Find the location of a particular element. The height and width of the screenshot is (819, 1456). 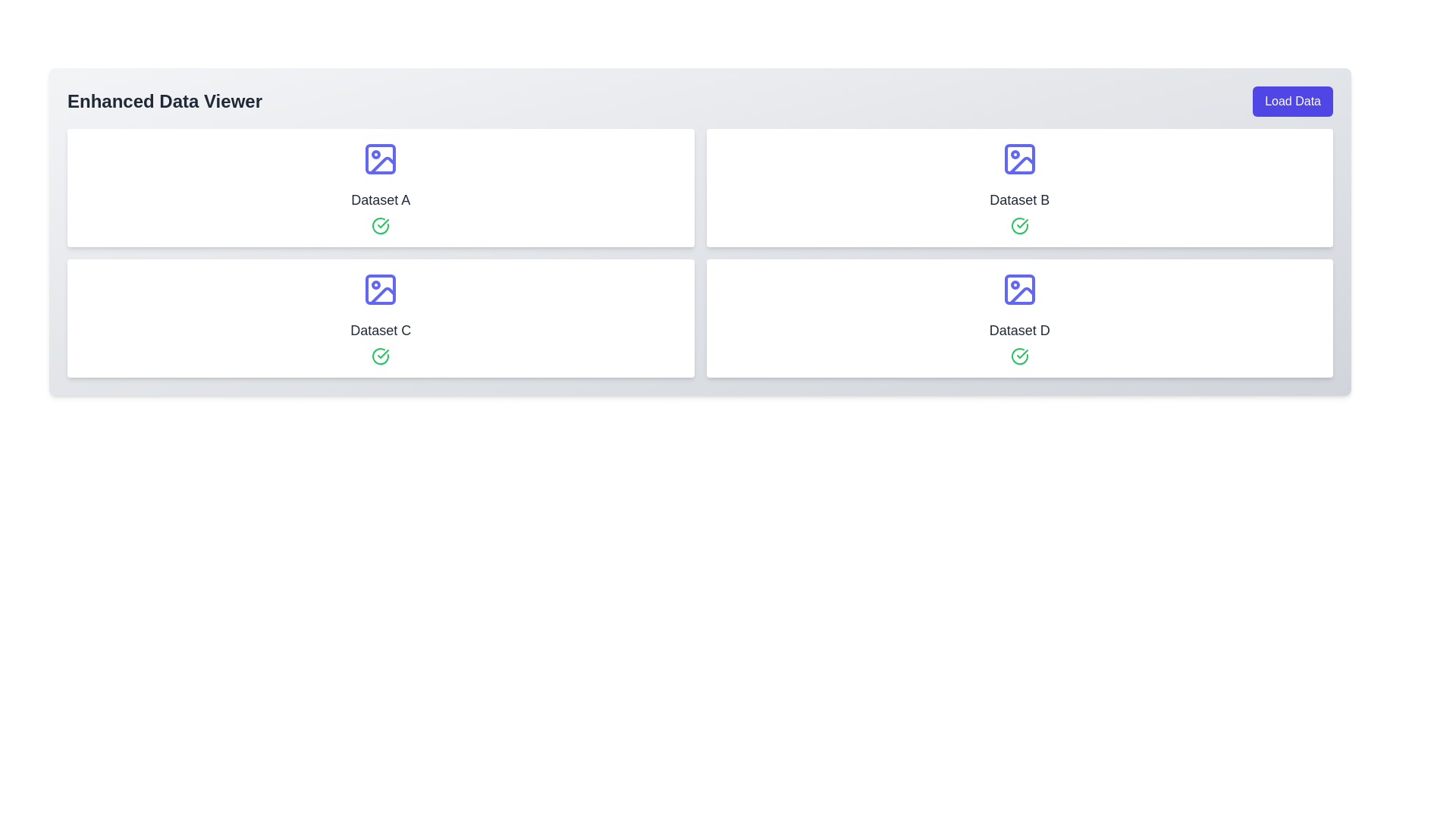

the decorative rectangle element, which is a rounded blue rectangle located within the 'Dataset C' section, positioned in the bottom-left quadrant of the layout is located at coordinates (381, 289).